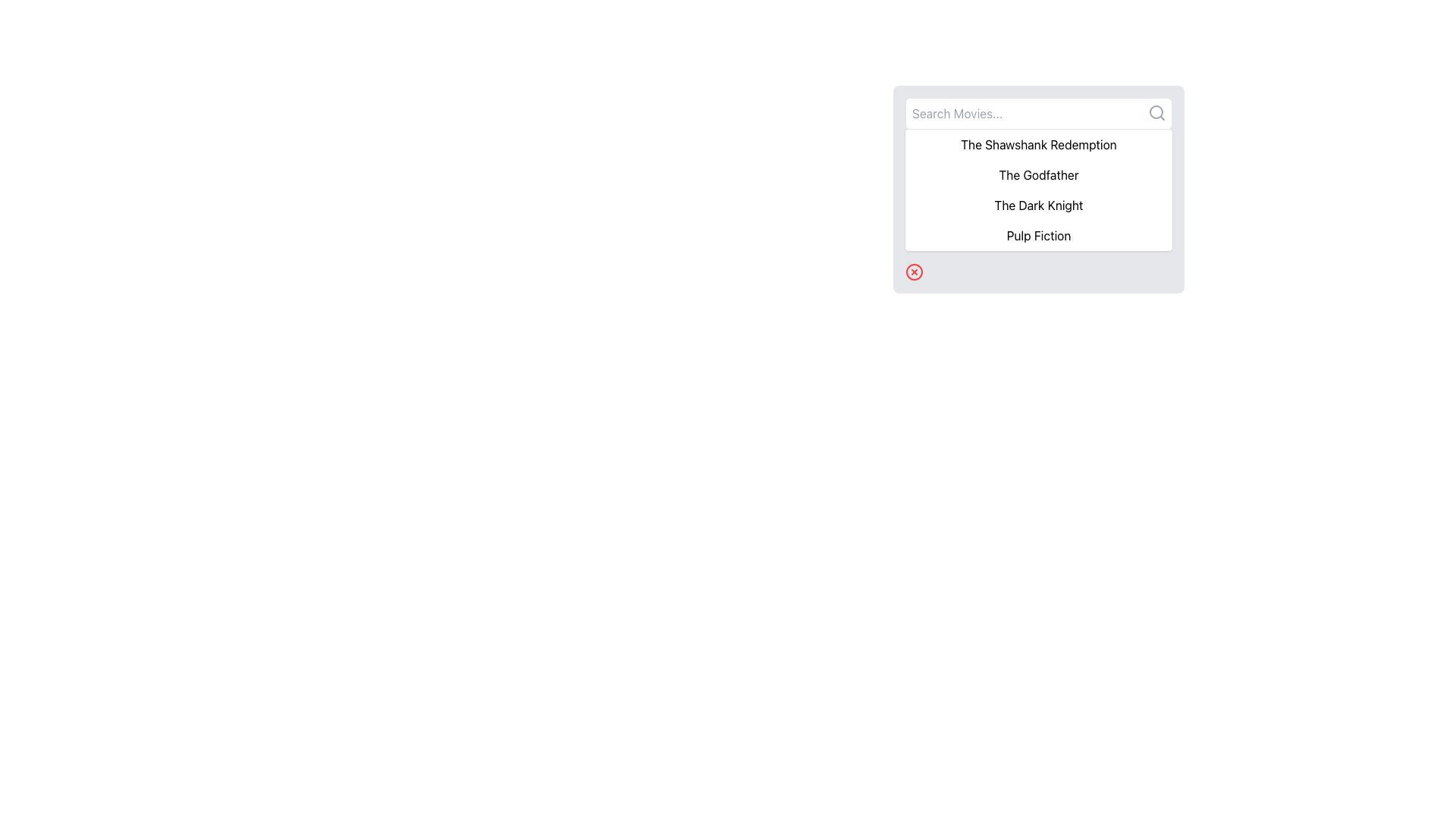 This screenshot has width=1456, height=819. I want to click on the list item representing the movie 'The Godfather' in the dropdown menu, so click(1037, 174).